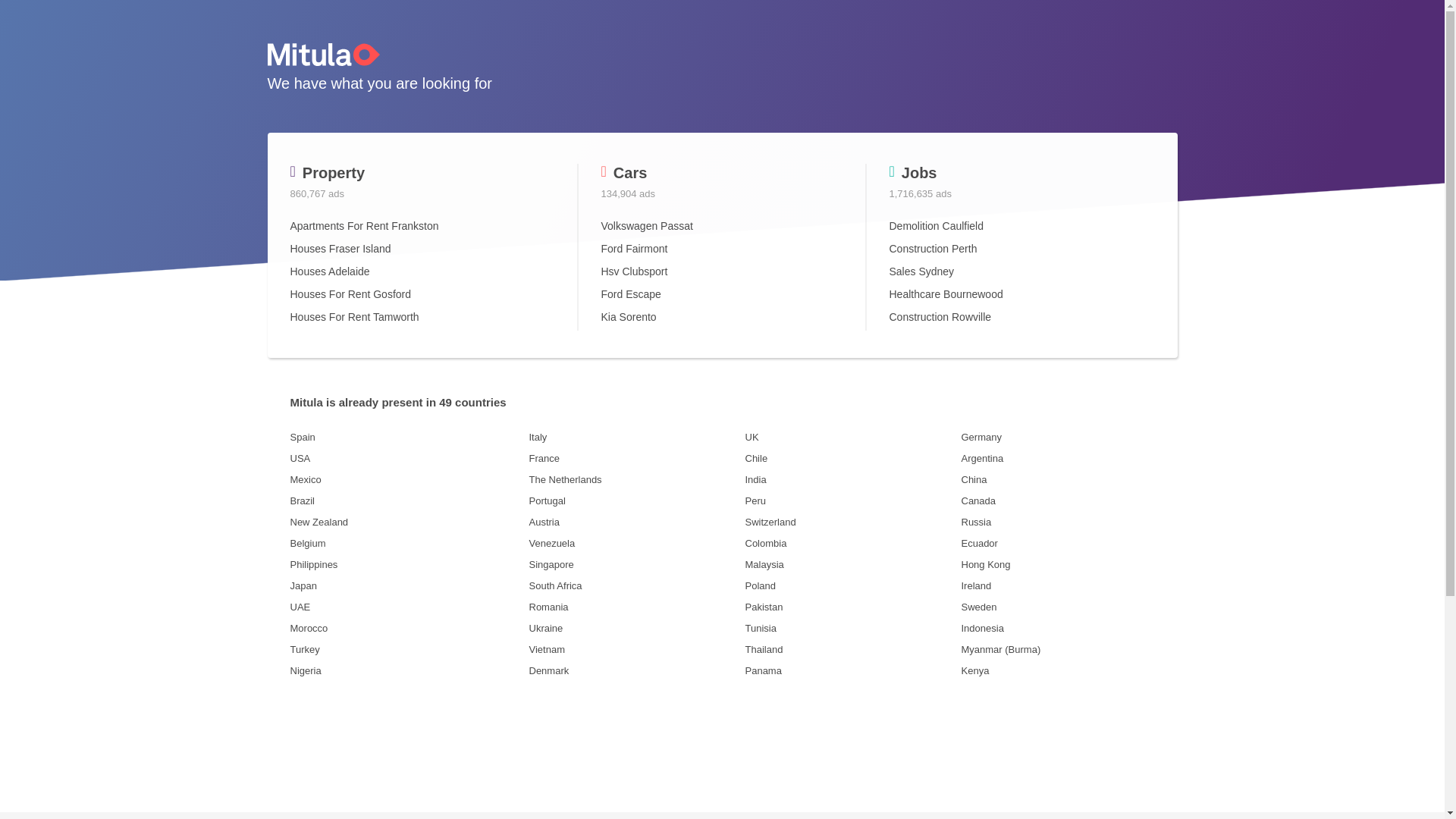  I want to click on 'Sweden', so click(960, 607).